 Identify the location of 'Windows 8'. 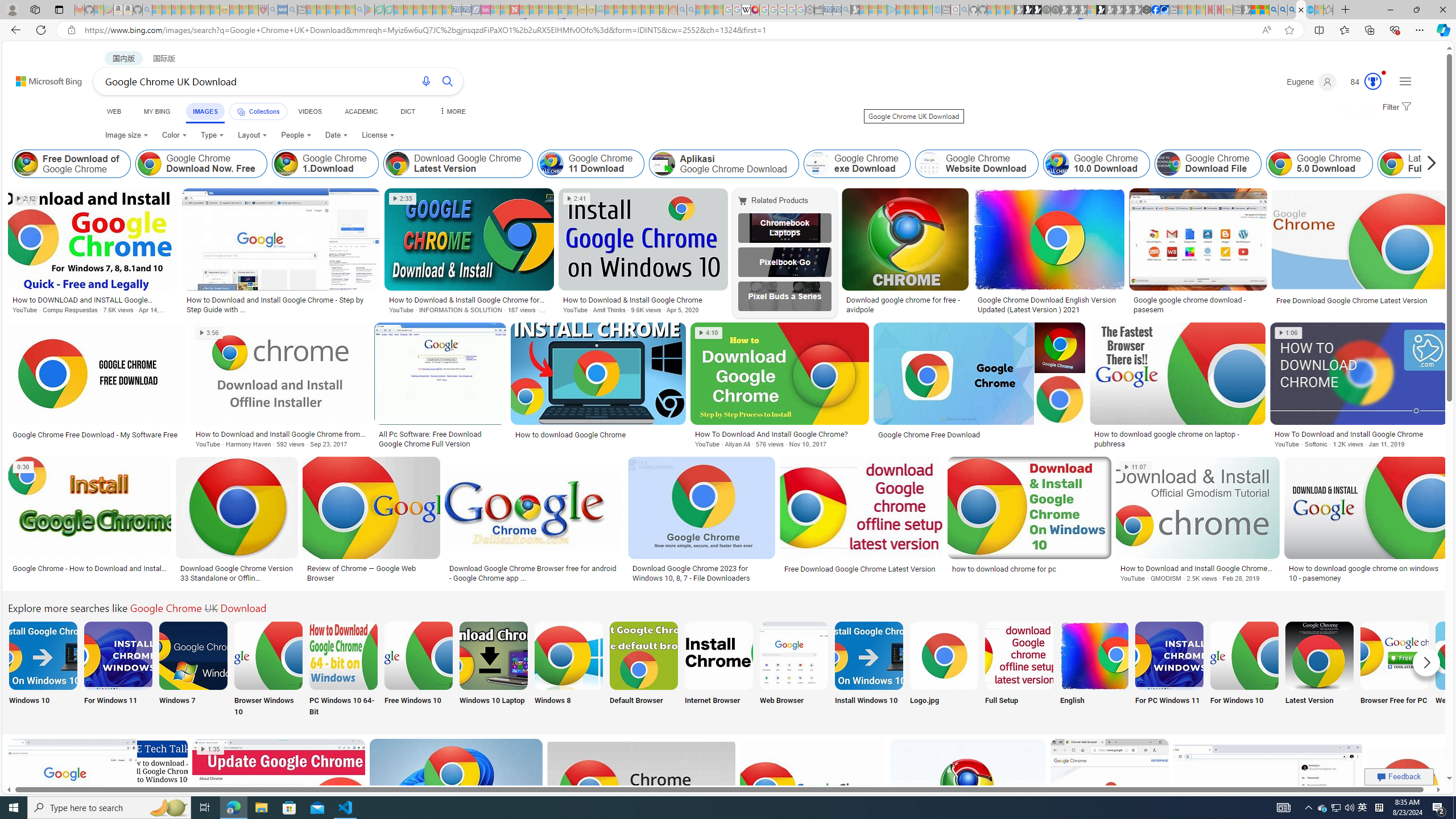
(568, 669).